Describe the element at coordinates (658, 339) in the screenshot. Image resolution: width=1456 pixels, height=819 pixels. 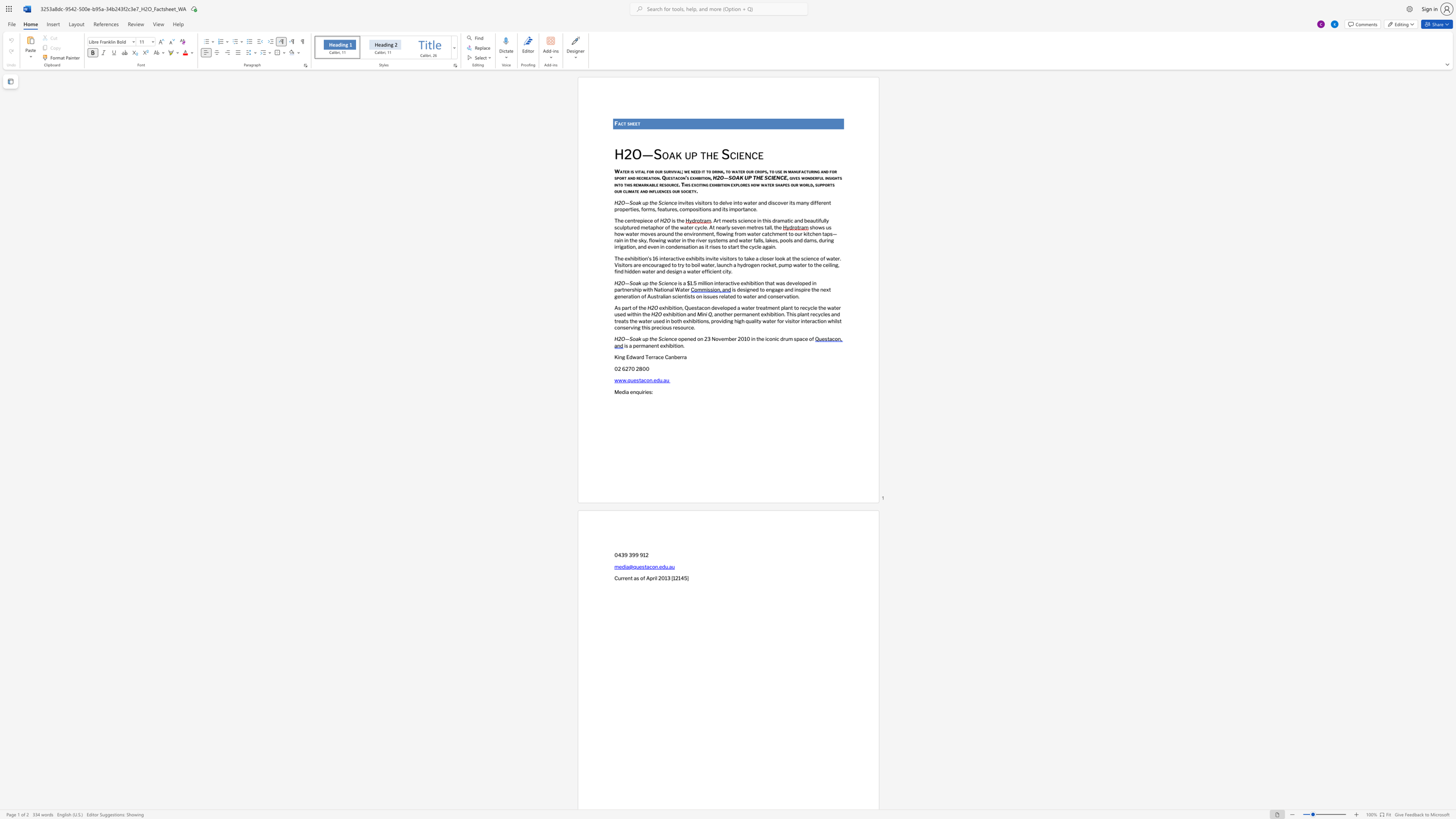
I see `the subset text "Science" within the text "H2O—Soak up the Science"` at that location.